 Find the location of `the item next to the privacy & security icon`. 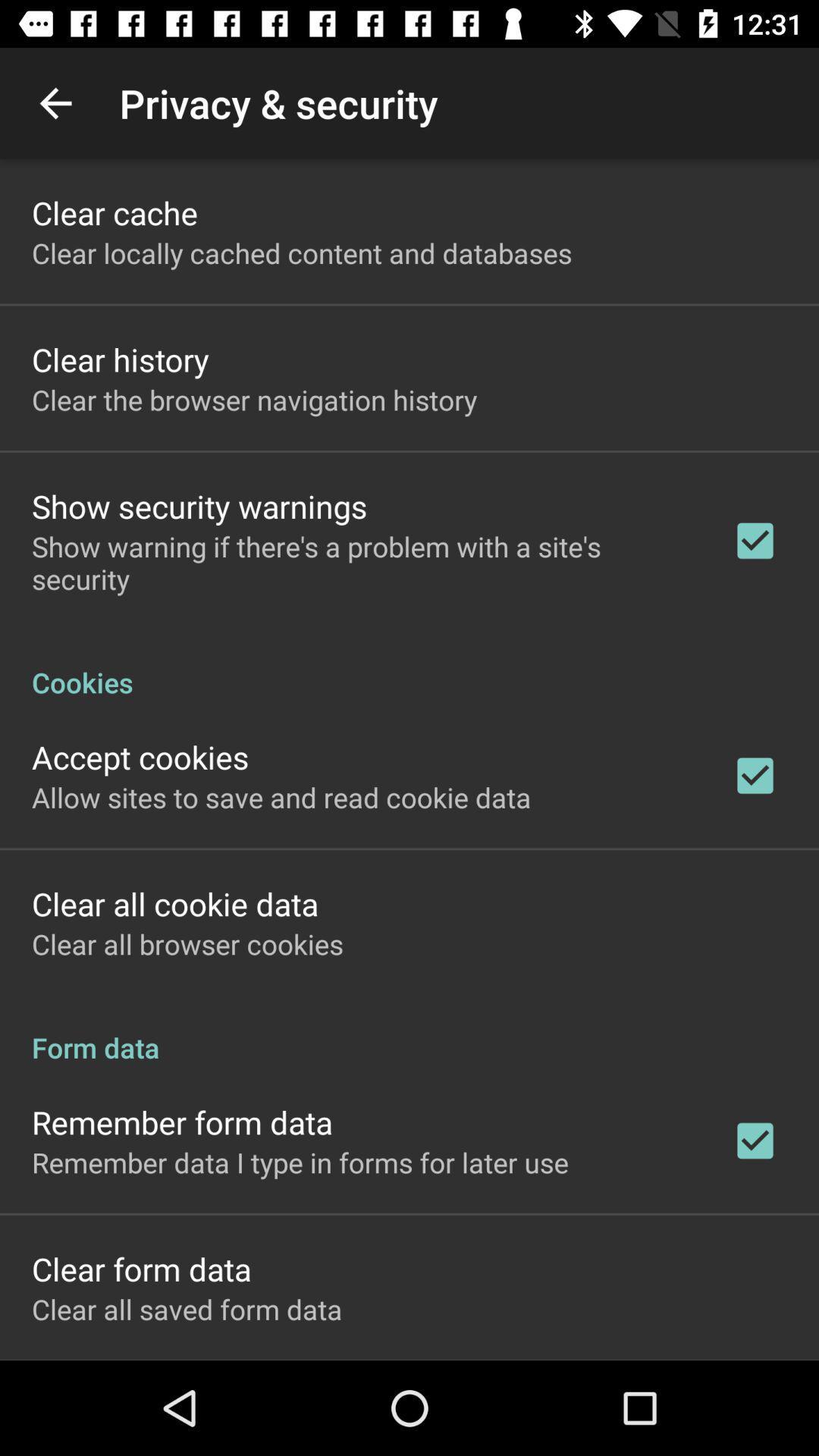

the item next to the privacy & security icon is located at coordinates (55, 102).